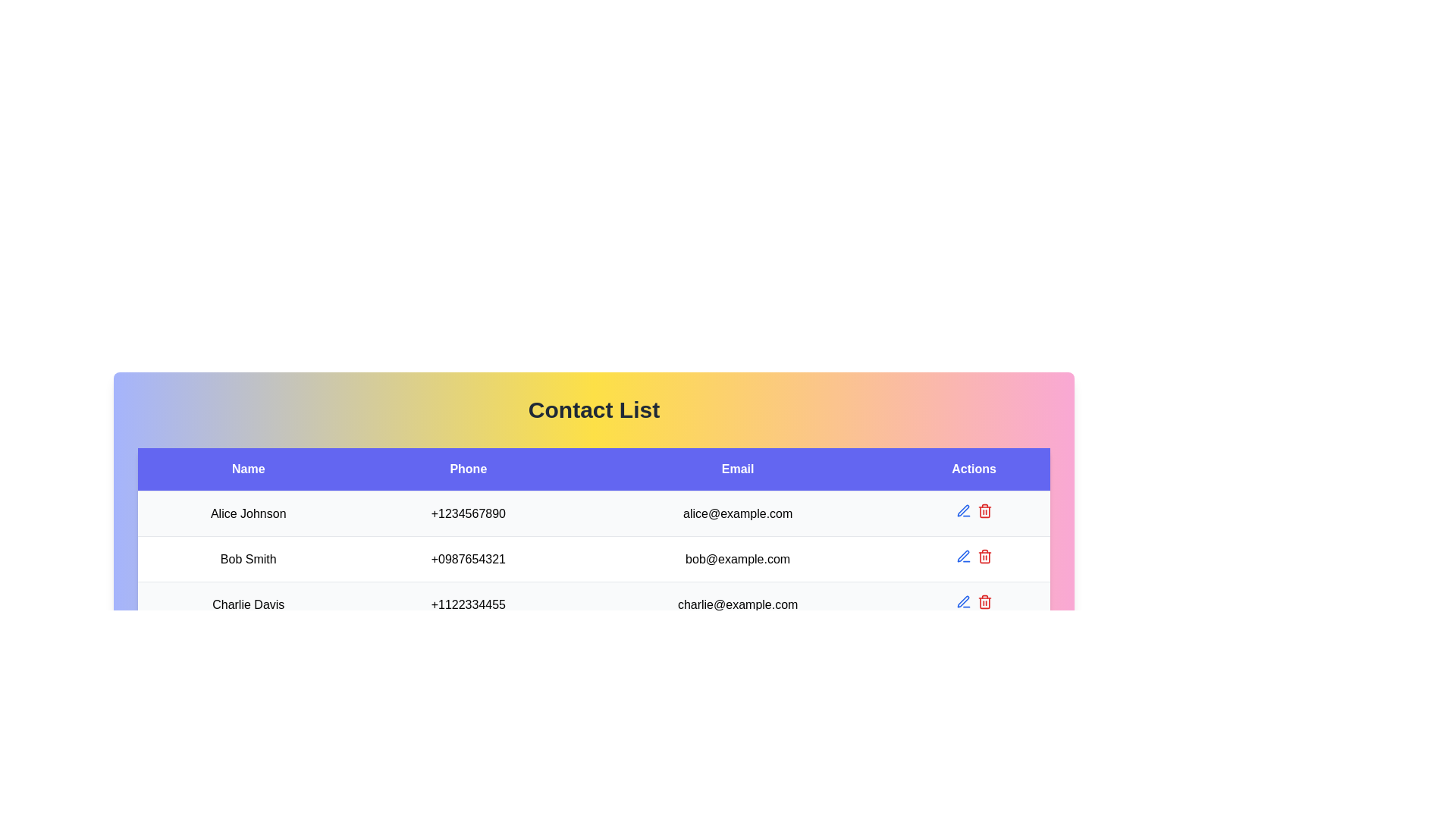 The height and width of the screenshot is (819, 1456). What do you see at coordinates (593, 513) in the screenshot?
I see `on the first table row containing the name 'Alice Johnson', phone number '+1234567890', and email 'alice@example.com' for specific actions` at bounding box center [593, 513].